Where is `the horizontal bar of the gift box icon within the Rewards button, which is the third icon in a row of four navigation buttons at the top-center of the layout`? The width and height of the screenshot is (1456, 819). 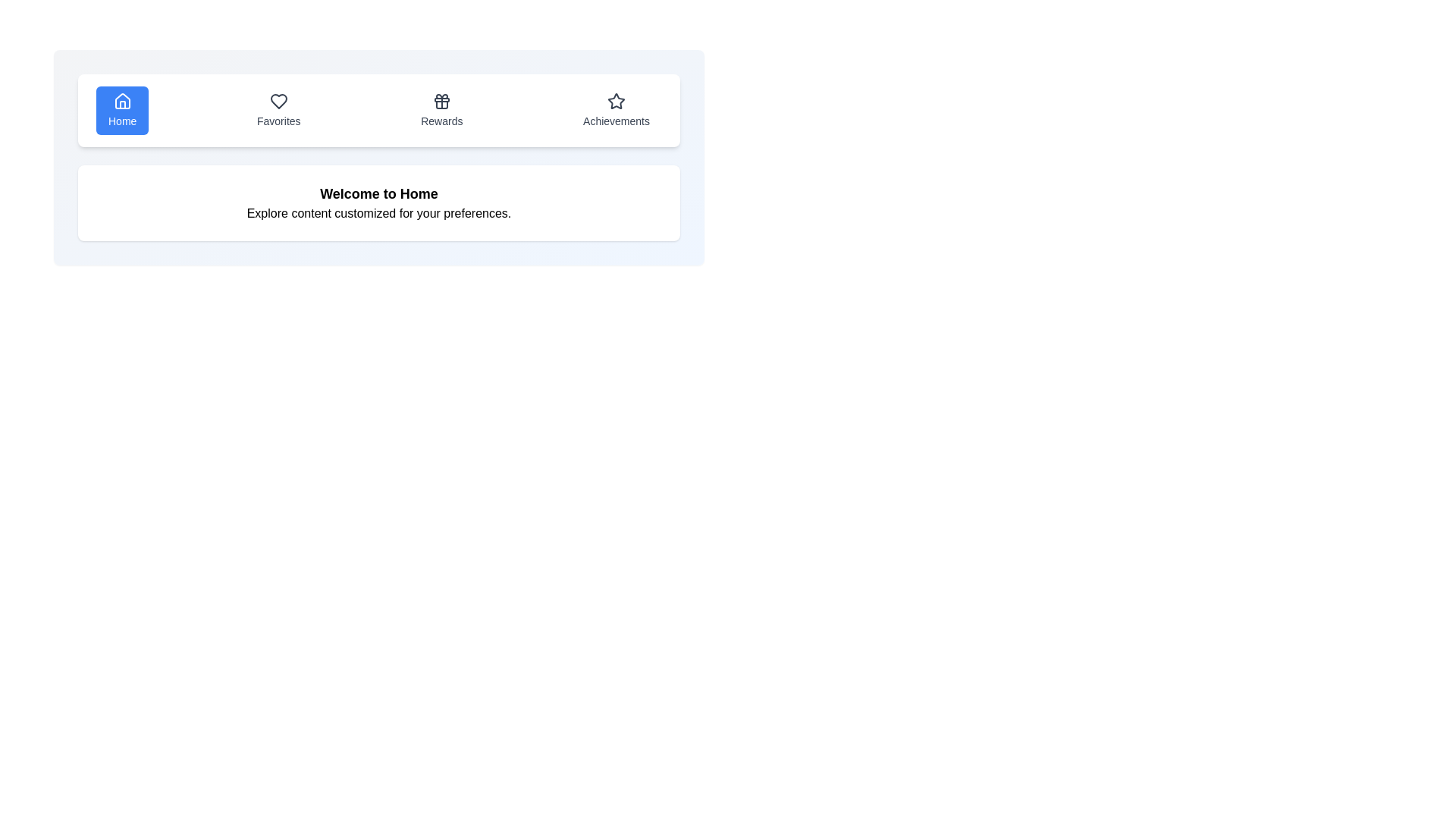
the horizontal bar of the gift box icon within the Rewards button, which is the third icon in a row of four navigation buttons at the top-center of the layout is located at coordinates (441, 99).